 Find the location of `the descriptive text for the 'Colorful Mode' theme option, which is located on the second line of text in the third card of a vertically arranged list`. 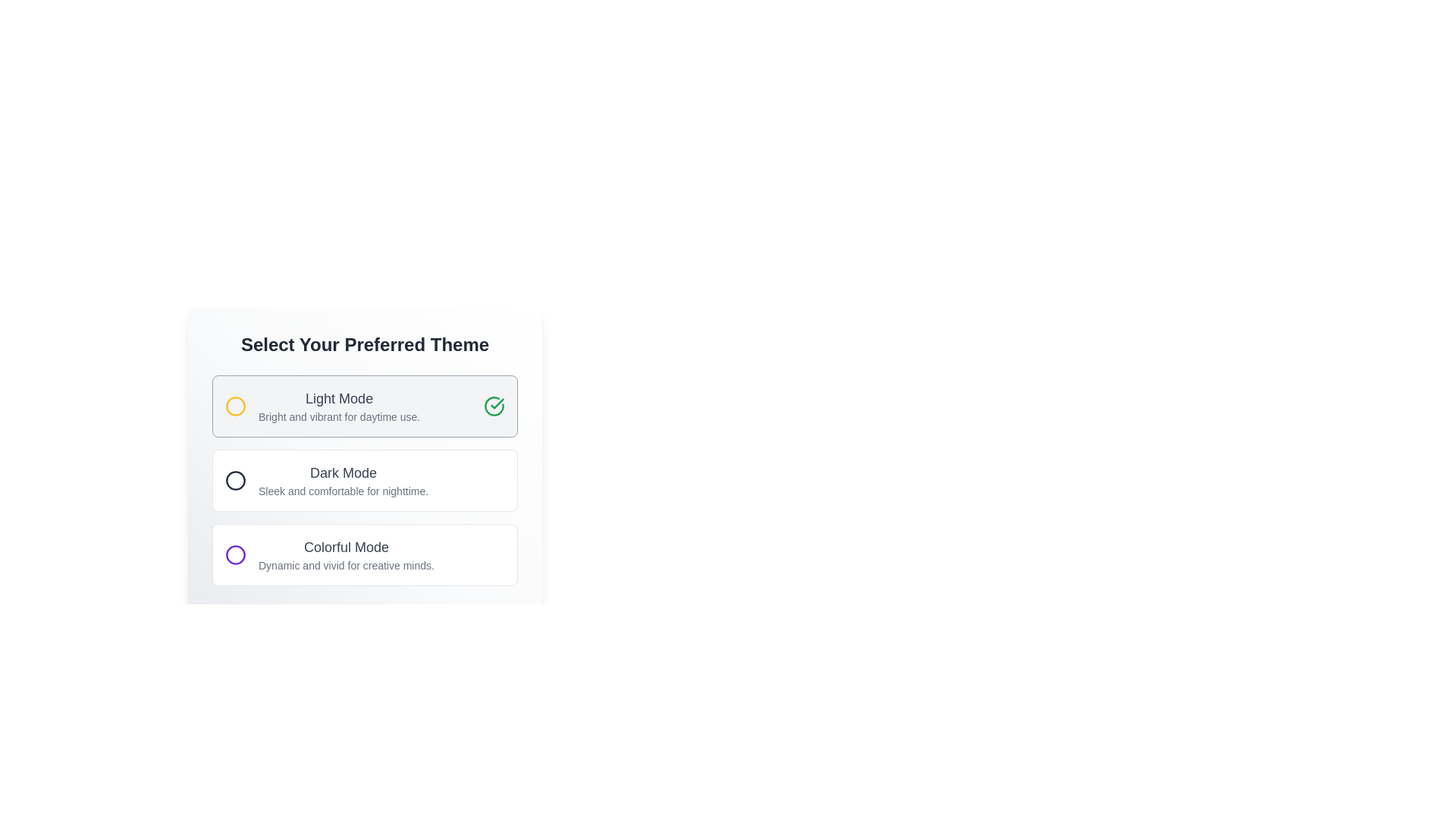

the descriptive text for the 'Colorful Mode' theme option, which is located on the second line of text in the third card of a vertically arranged list is located at coordinates (345, 565).